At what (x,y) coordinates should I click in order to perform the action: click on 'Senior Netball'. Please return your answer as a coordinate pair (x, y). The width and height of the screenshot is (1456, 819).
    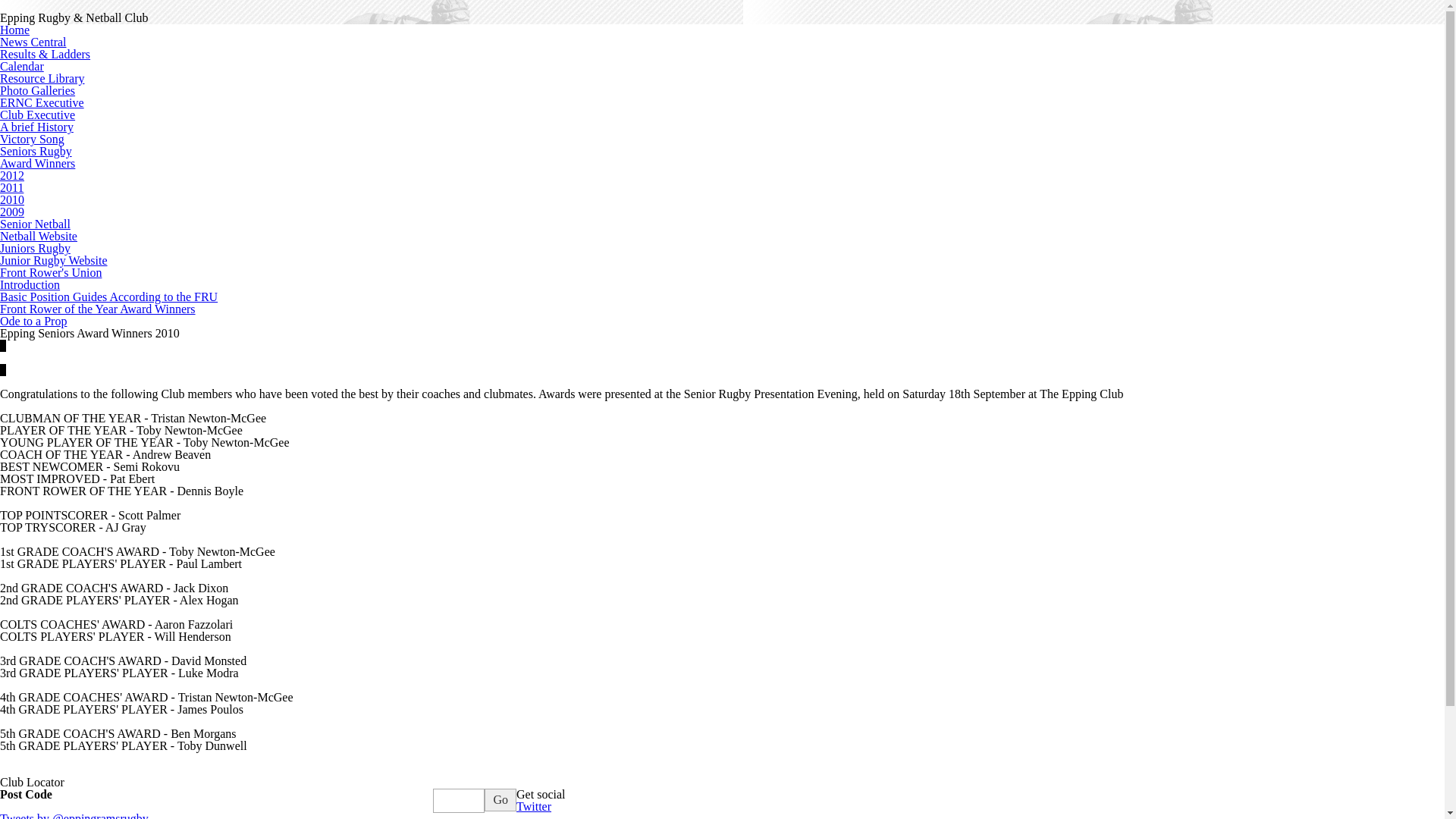
    Looking at the image, I should click on (35, 224).